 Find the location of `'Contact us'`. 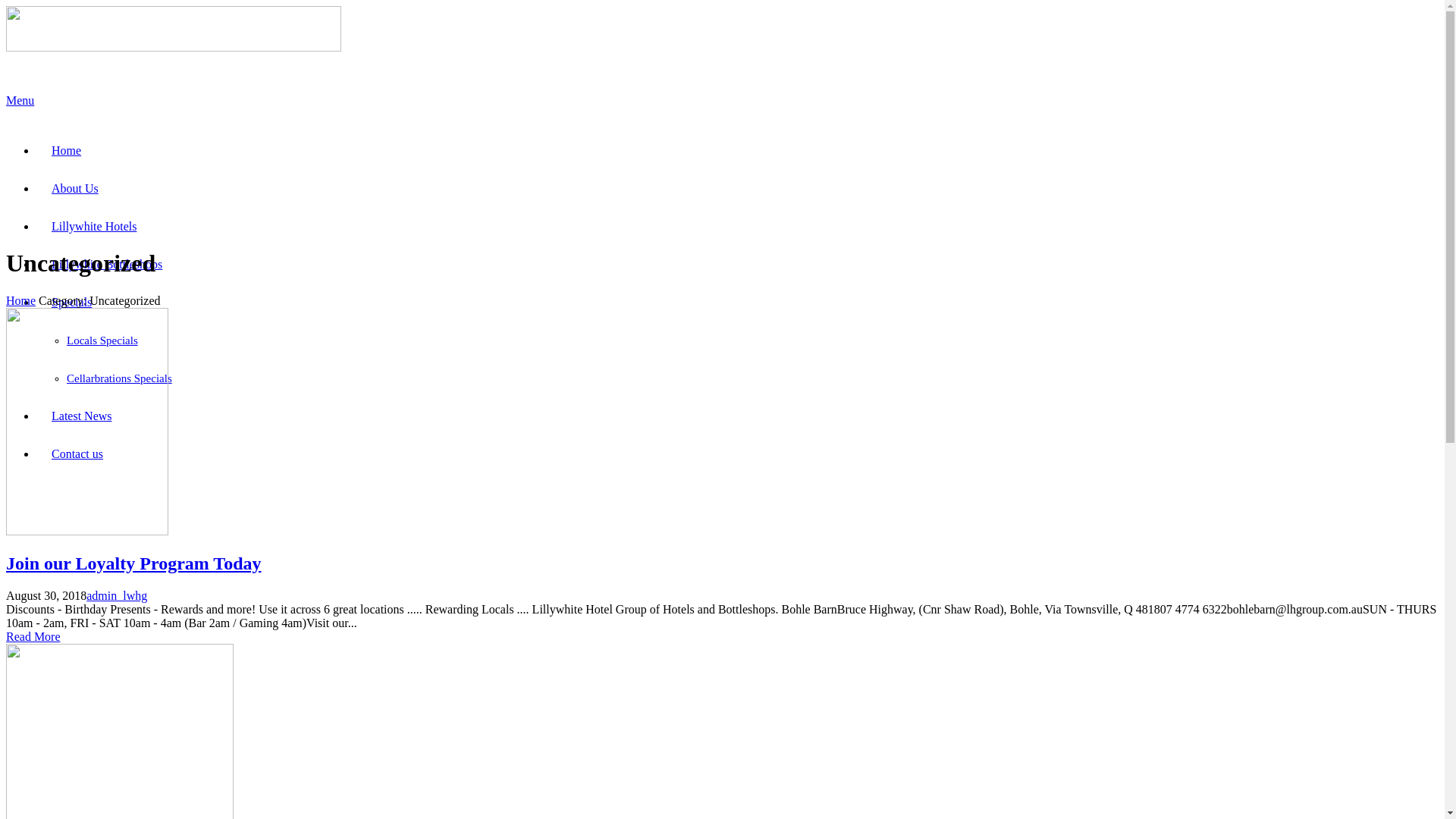

'Contact us' is located at coordinates (76, 453).